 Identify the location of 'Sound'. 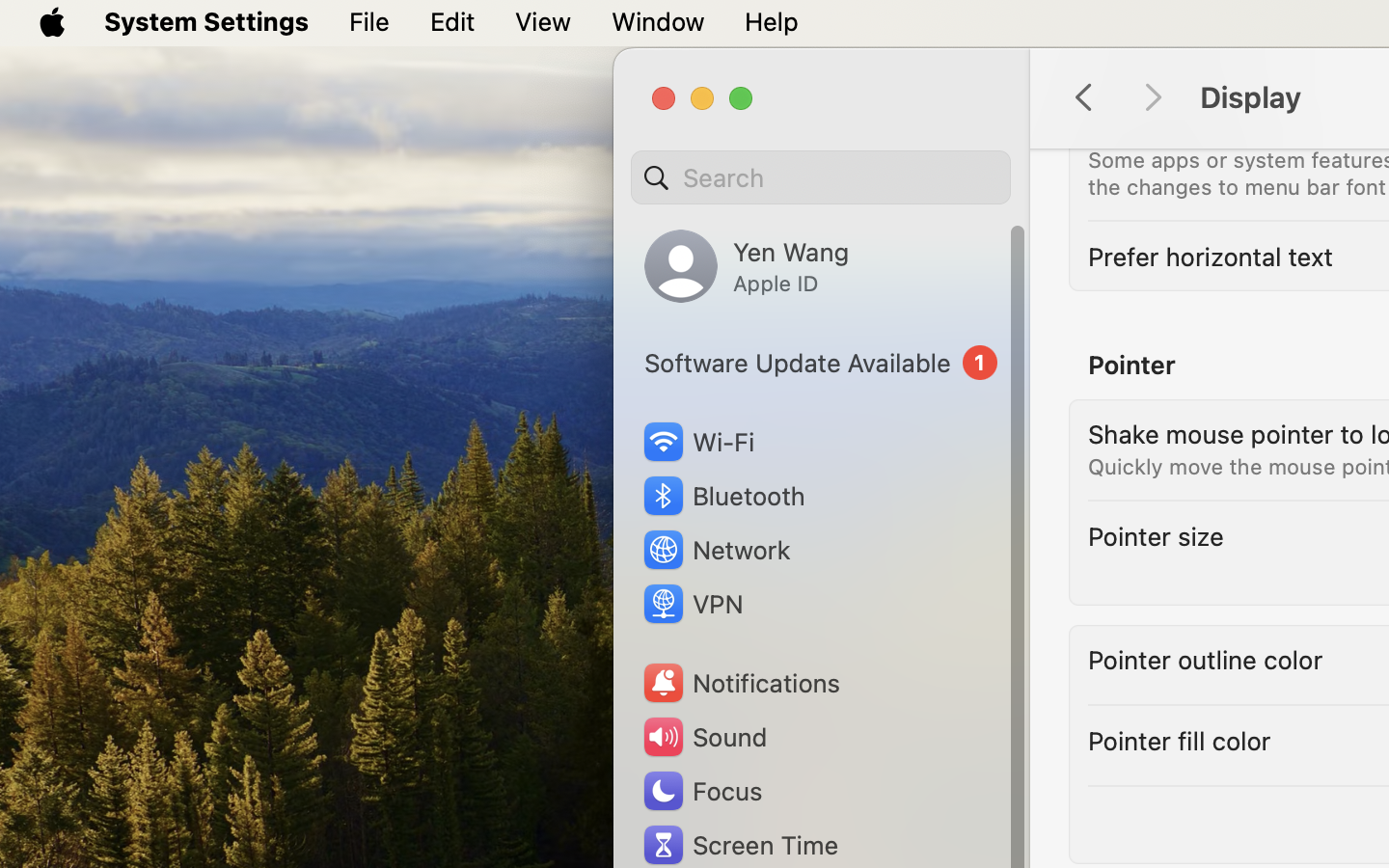
(702, 736).